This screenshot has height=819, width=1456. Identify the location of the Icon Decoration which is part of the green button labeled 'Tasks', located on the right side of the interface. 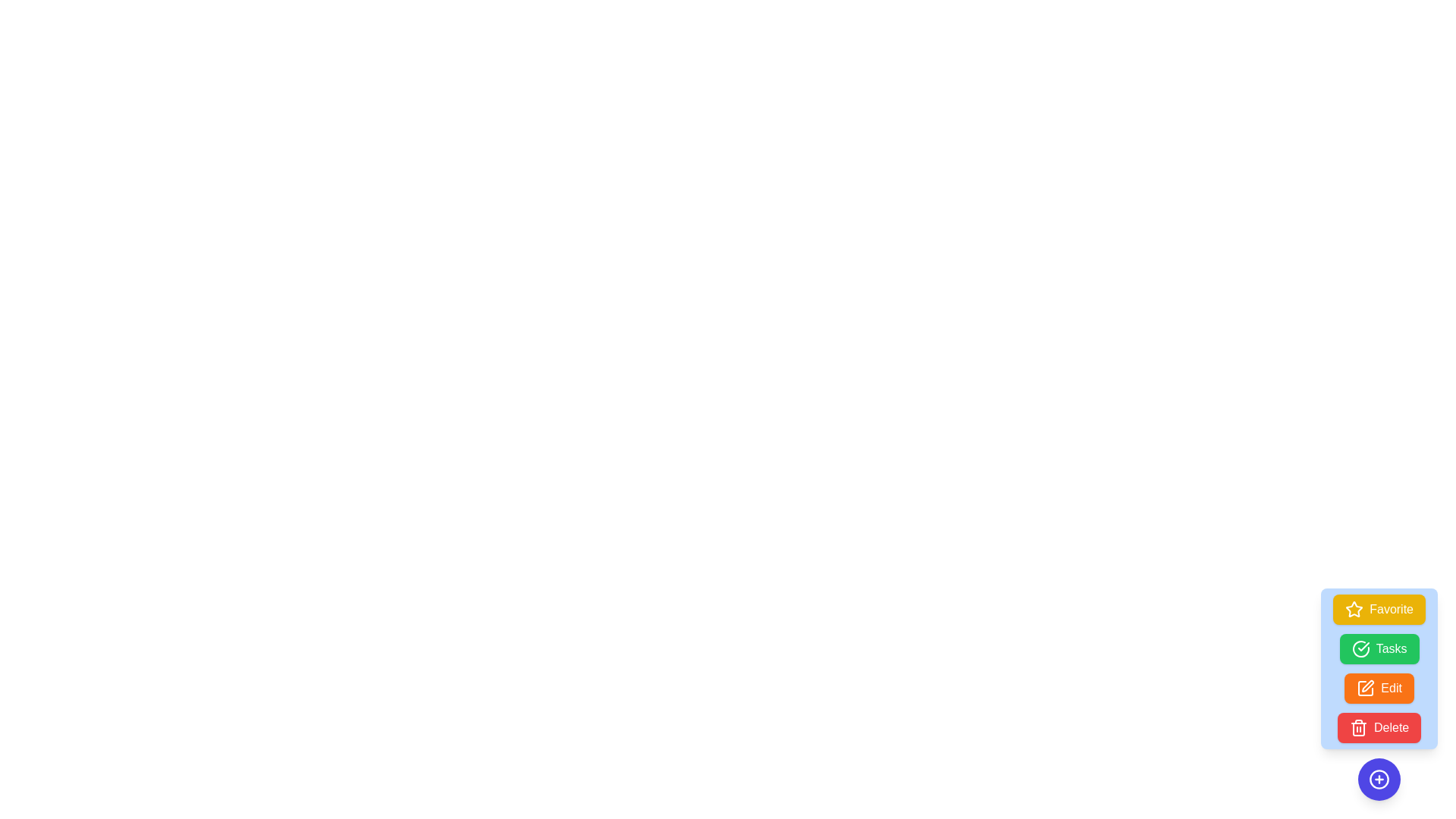
(1363, 646).